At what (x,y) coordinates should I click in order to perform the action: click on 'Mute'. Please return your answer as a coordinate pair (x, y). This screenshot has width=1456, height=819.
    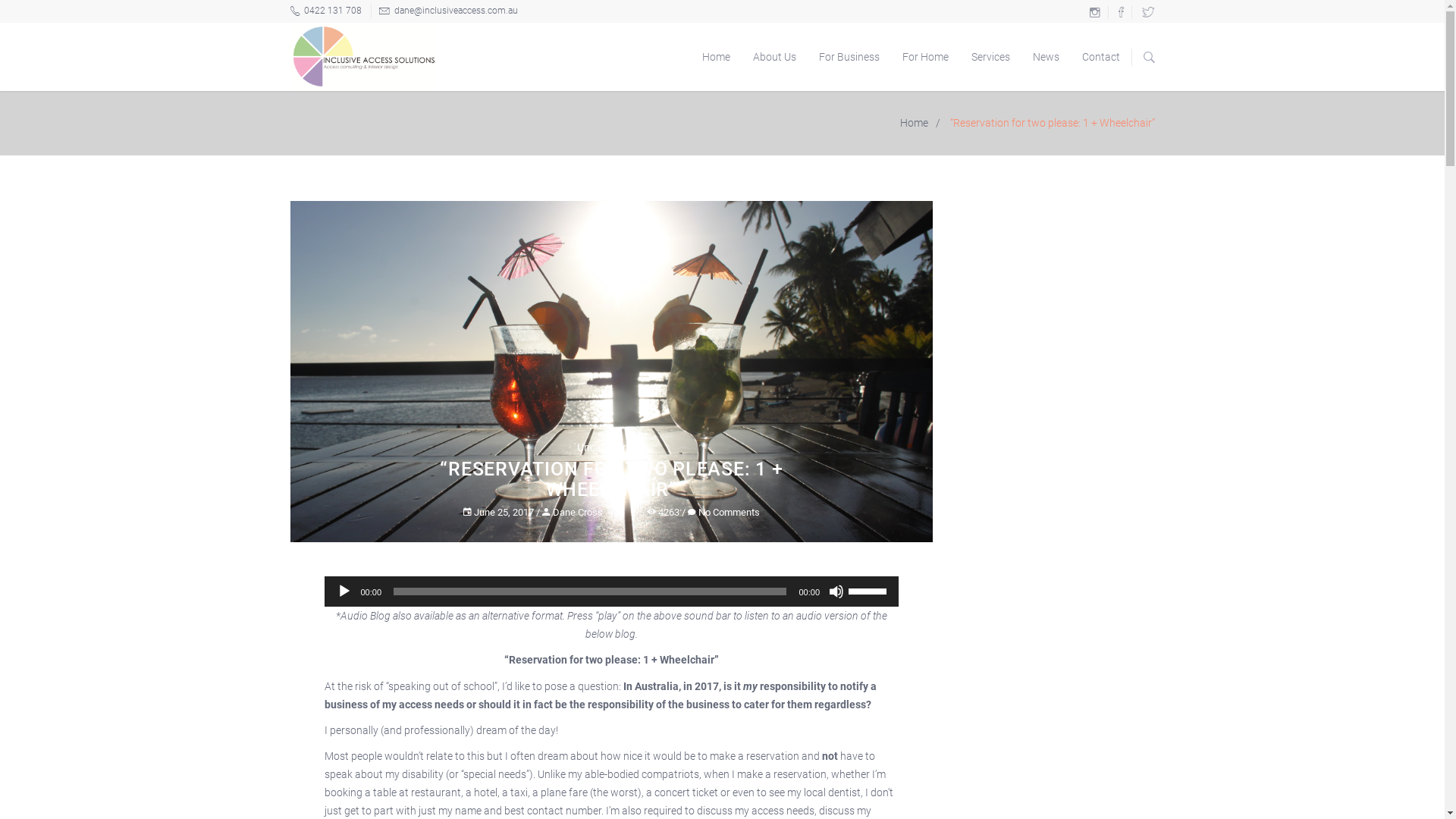
    Looking at the image, I should click on (836, 590).